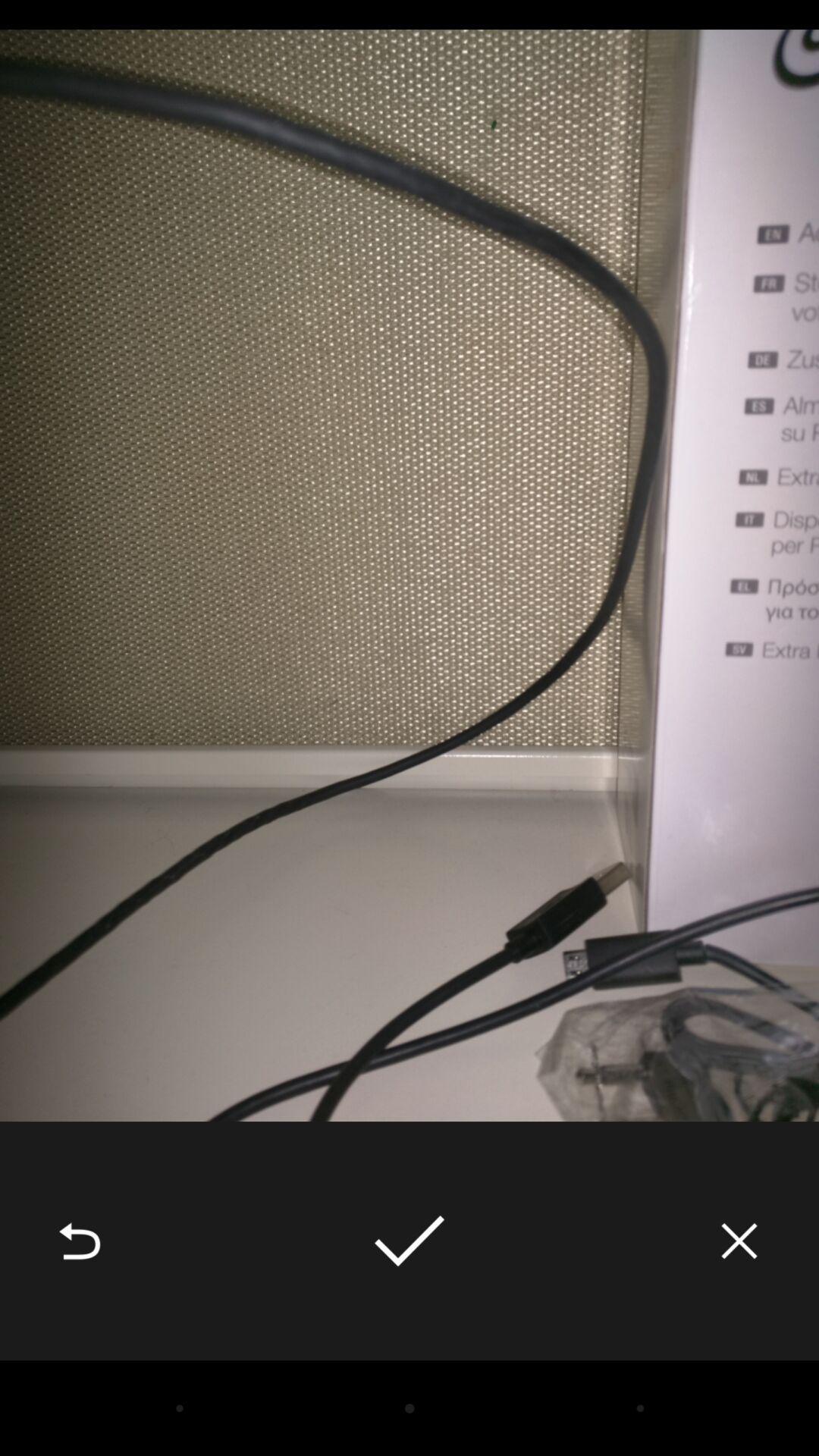 The width and height of the screenshot is (819, 1456). Describe the element at coordinates (79, 1241) in the screenshot. I see `the icon at the bottom left corner` at that location.